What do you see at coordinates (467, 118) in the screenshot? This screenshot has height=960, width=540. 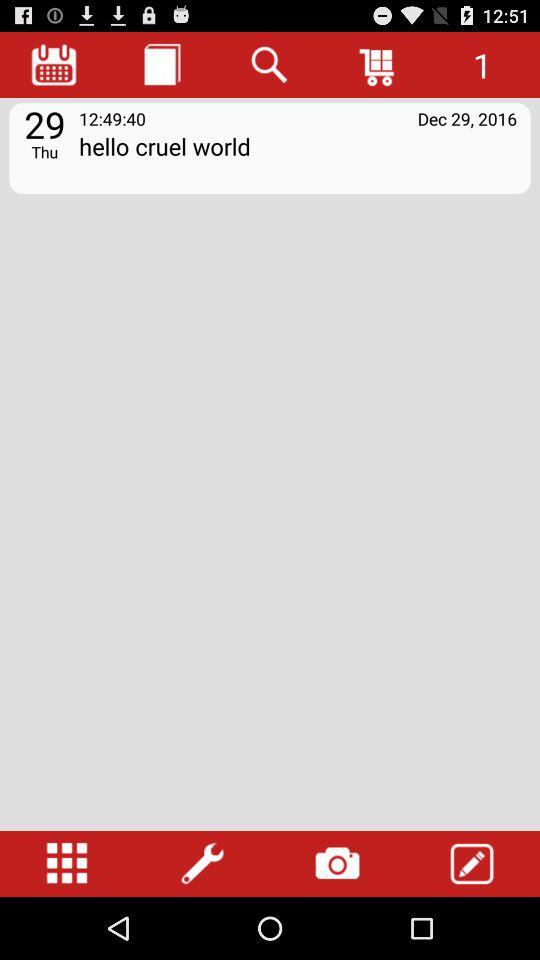 I see `dec 29, 2016 icon` at bounding box center [467, 118].